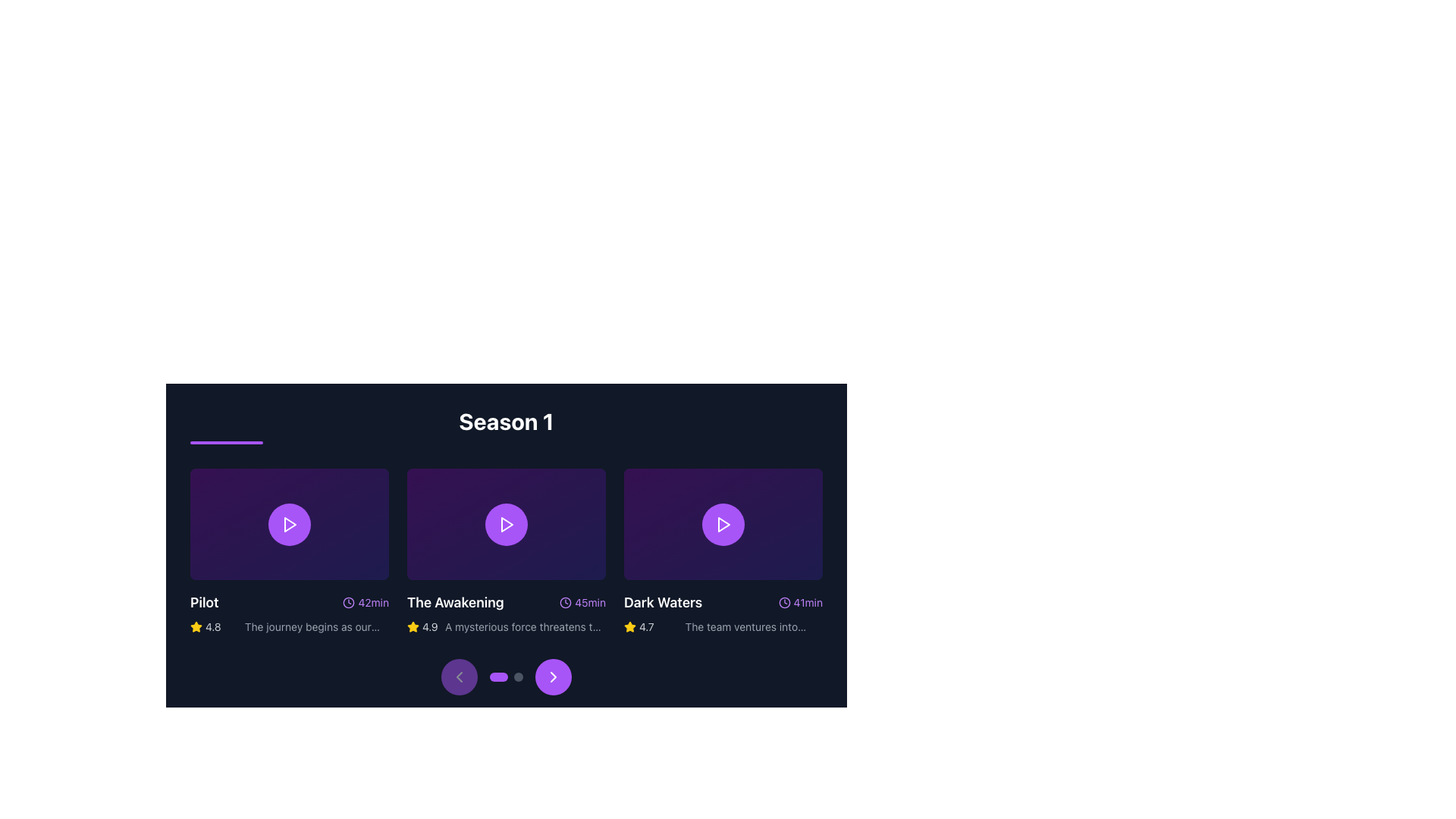 This screenshot has height=819, width=1456. Describe the element at coordinates (639, 627) in the screenshot. I see `rating value '4.7' displayed in light gray font, positioned to the right of the yellow star icon in the bottom row of the 'Dark Waters' card` at that location.